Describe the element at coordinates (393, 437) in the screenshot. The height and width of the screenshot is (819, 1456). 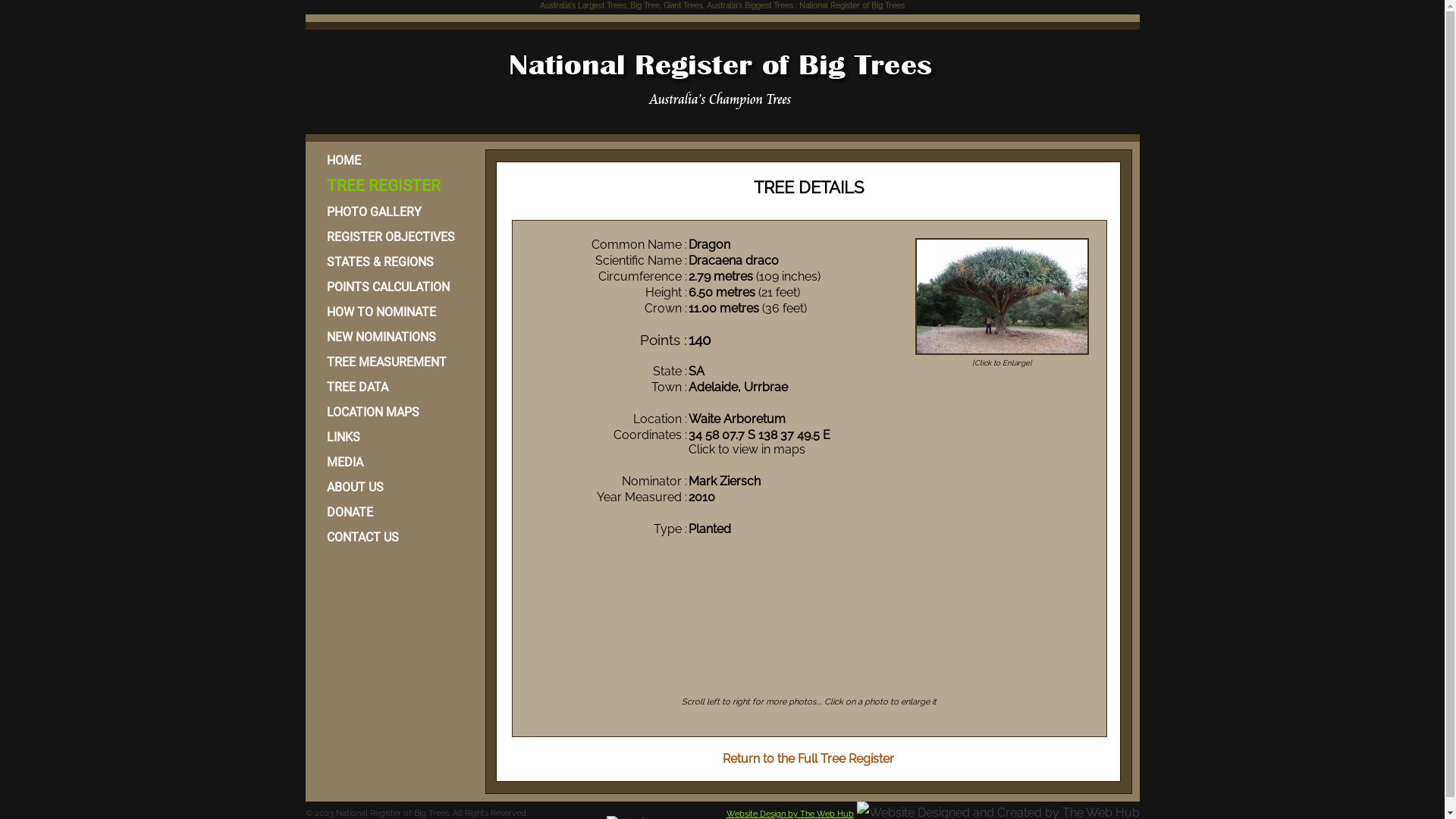
I see `'LINKS'` at that location.